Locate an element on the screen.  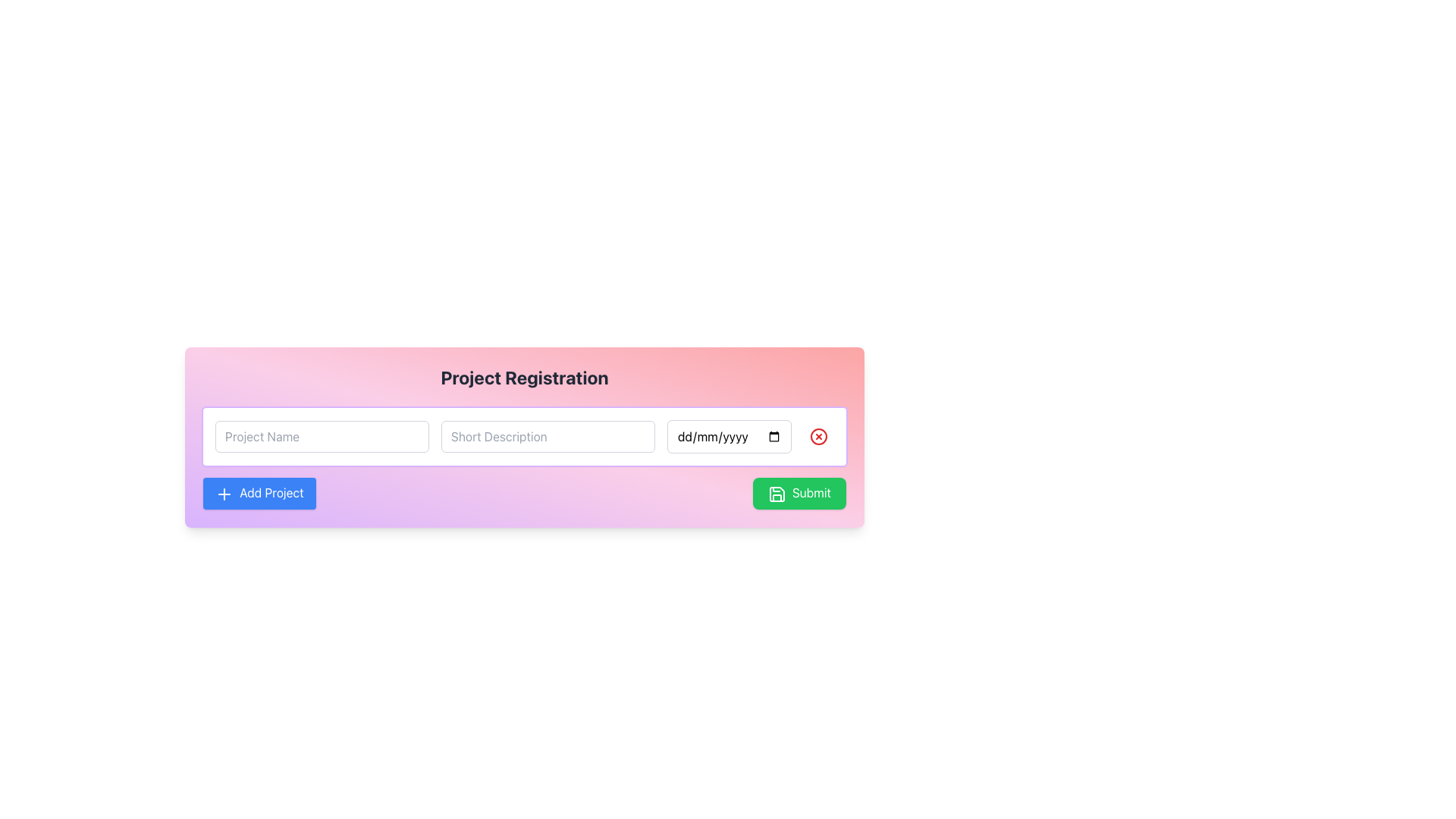
the compact SVG plus sign icon located inside the blue rounded button labeled 'Add Project' is located at coordinates (224, 494).